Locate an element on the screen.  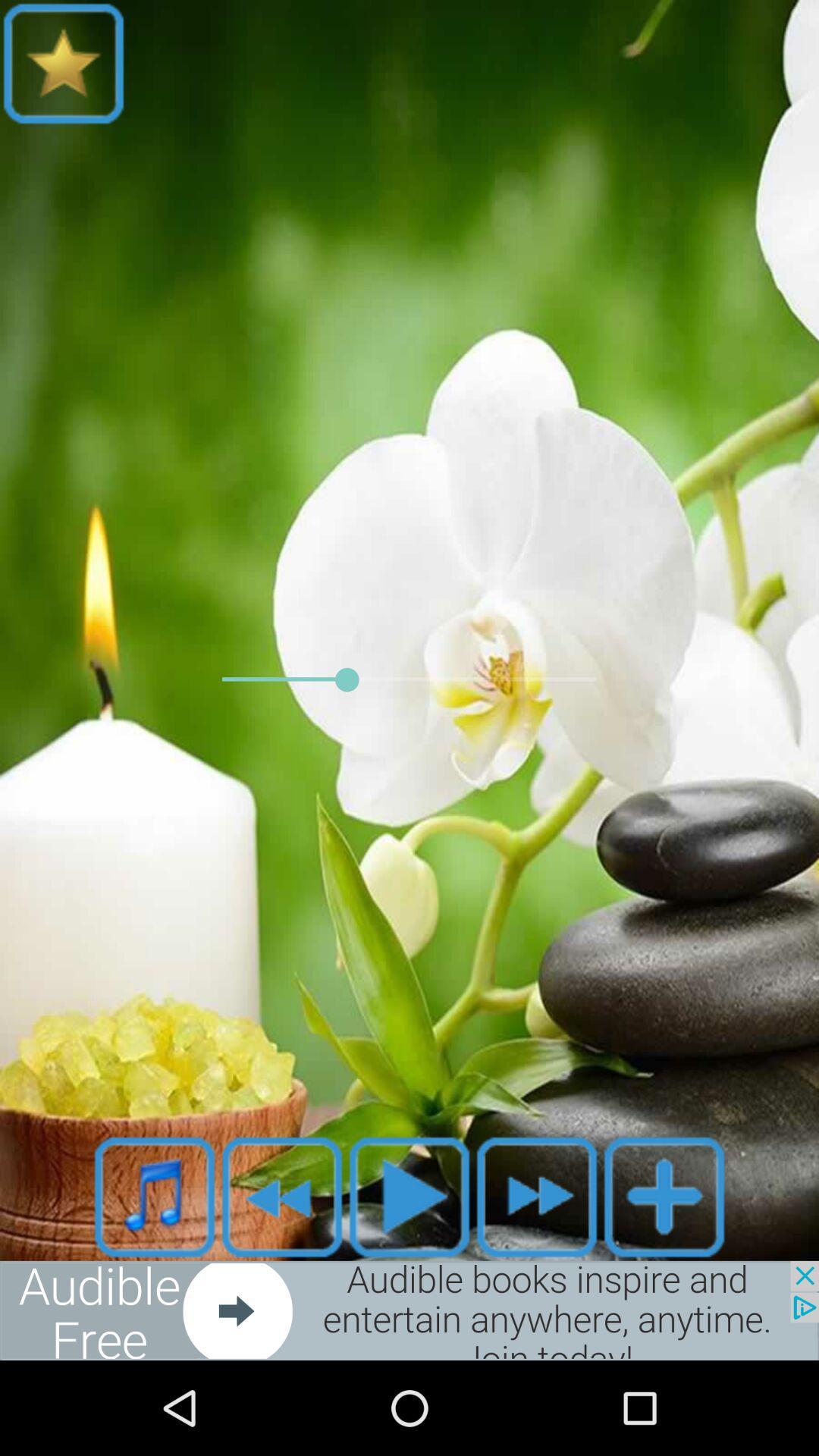
this is located at coordinates (409, 1196).